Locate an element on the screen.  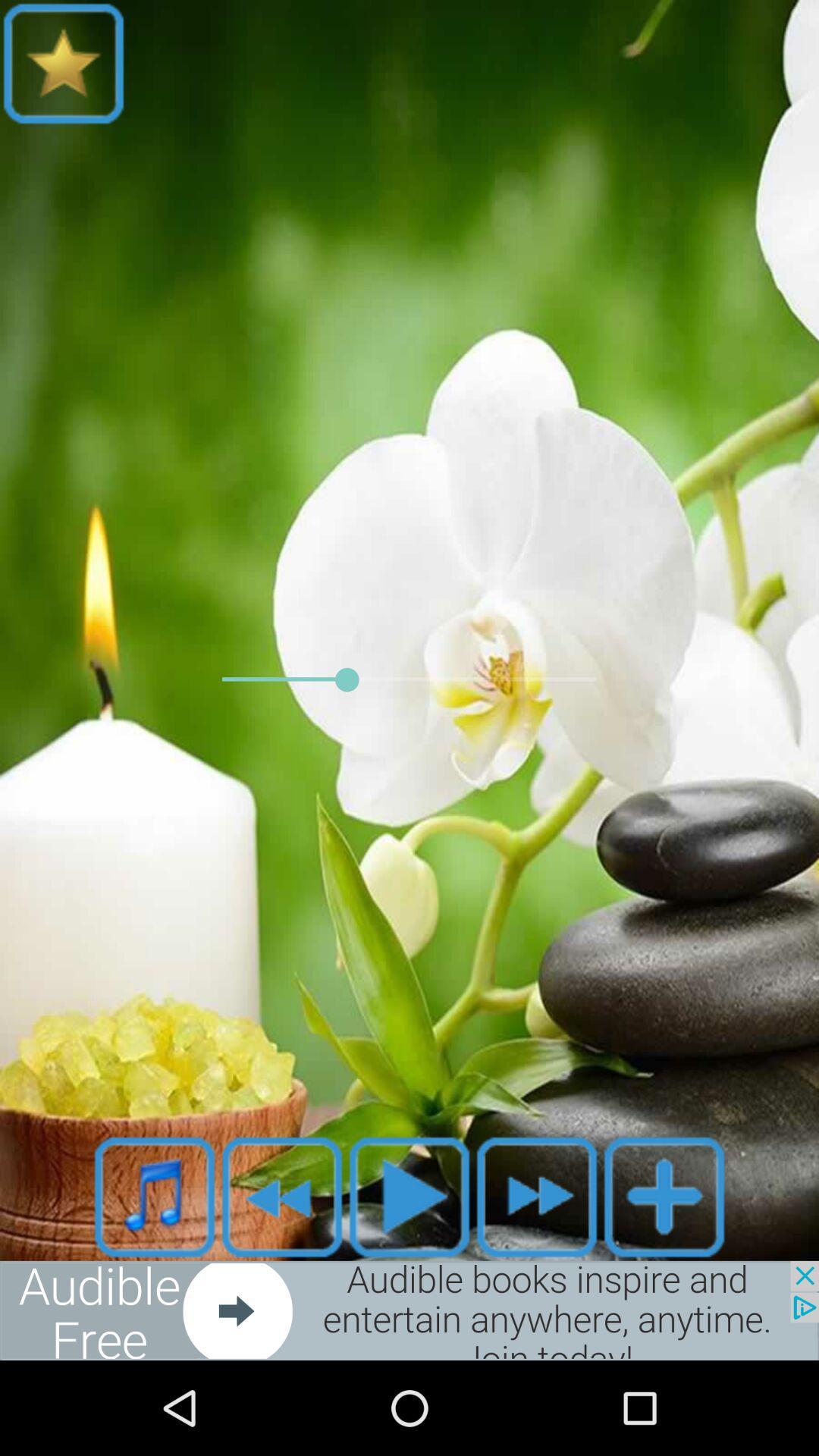
this is located at coordinates (409, 1196).